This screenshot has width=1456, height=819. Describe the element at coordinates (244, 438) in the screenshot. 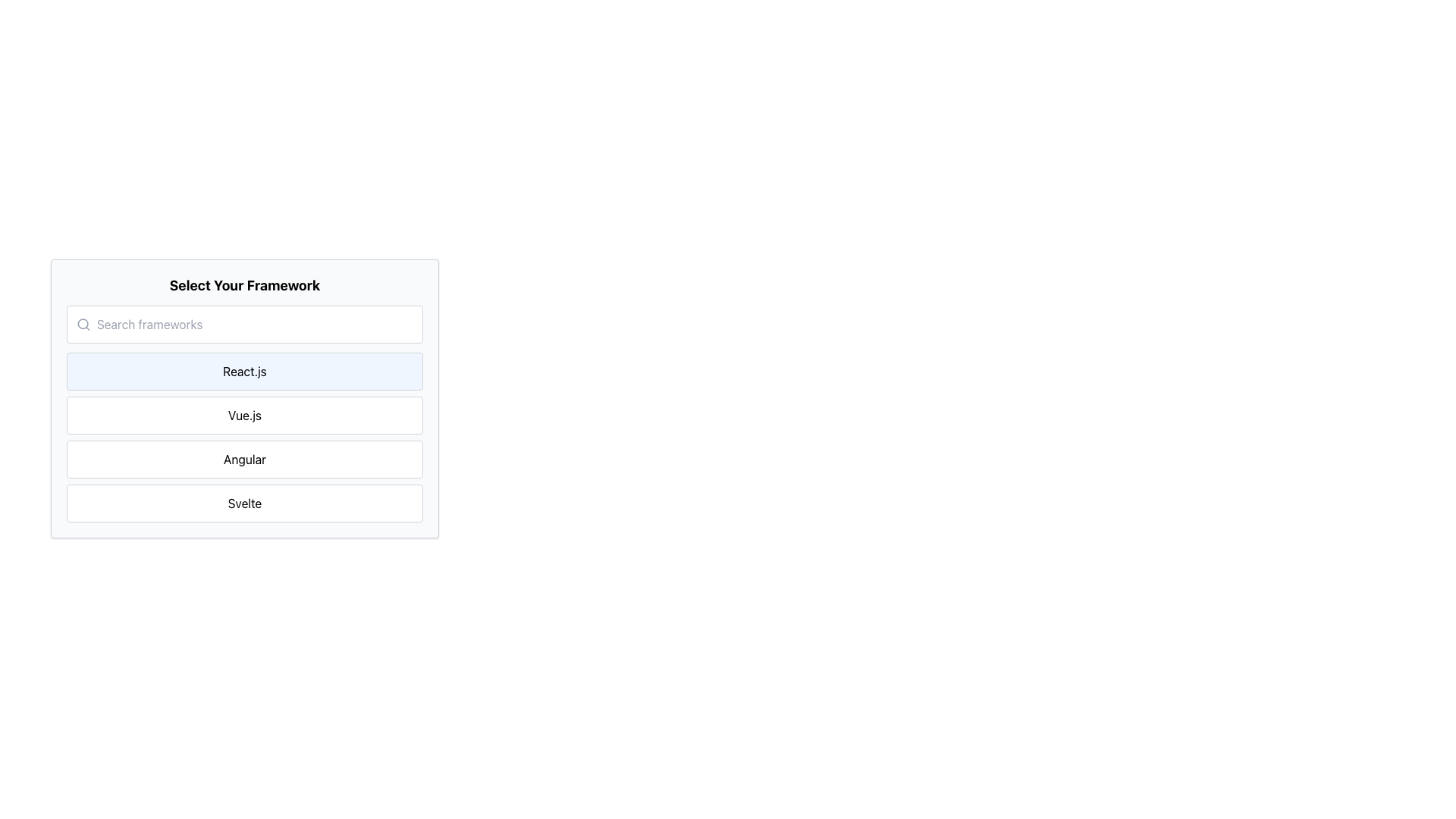

I see `an item in the Selectable list located below the 'Select Your Framework' label` at that location.